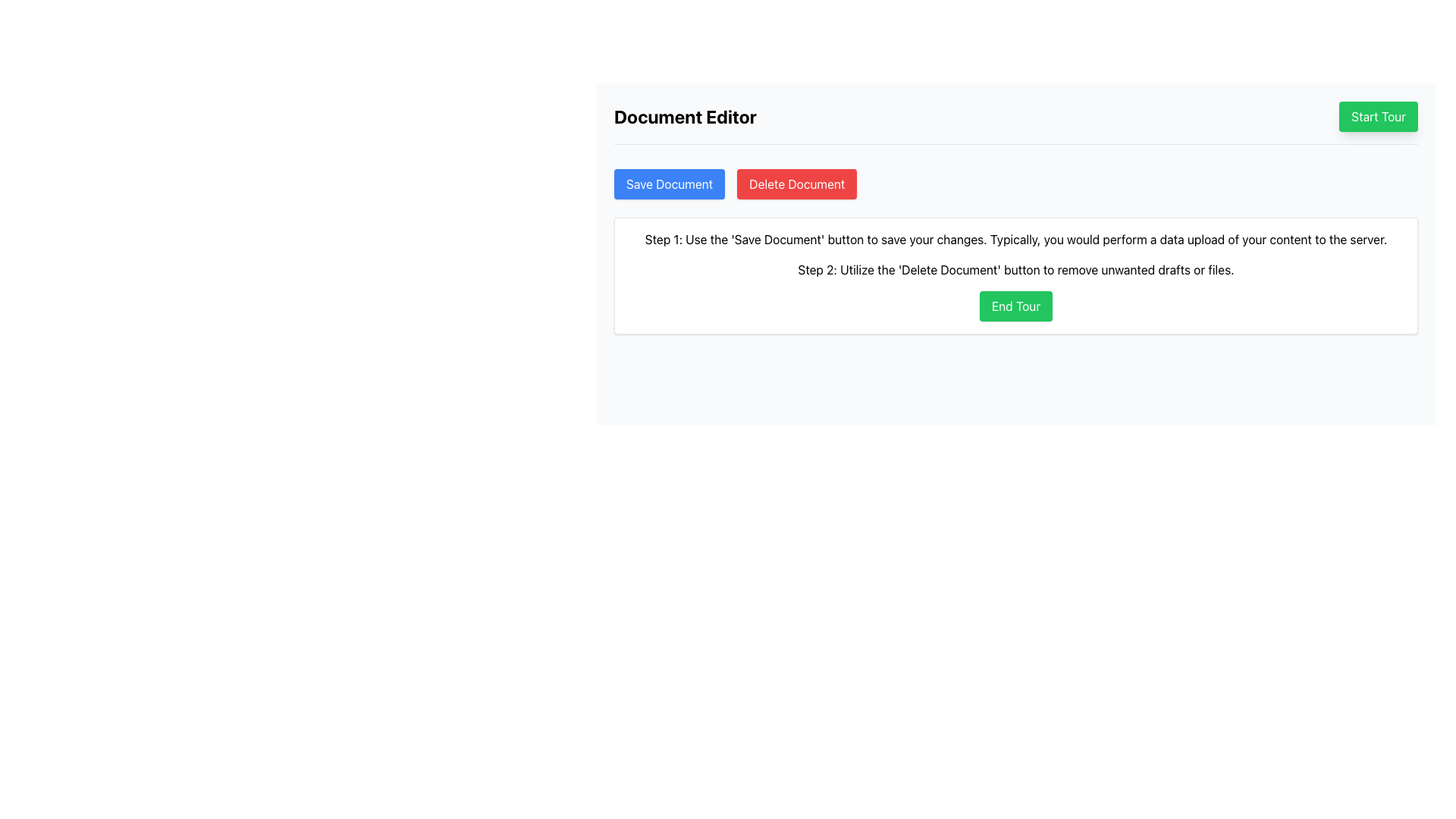  Describe the element at coordinates (684, 116) in the screenshot. I see `the static text element displaying 'Document Editor' at the top left of the interface` at that location.